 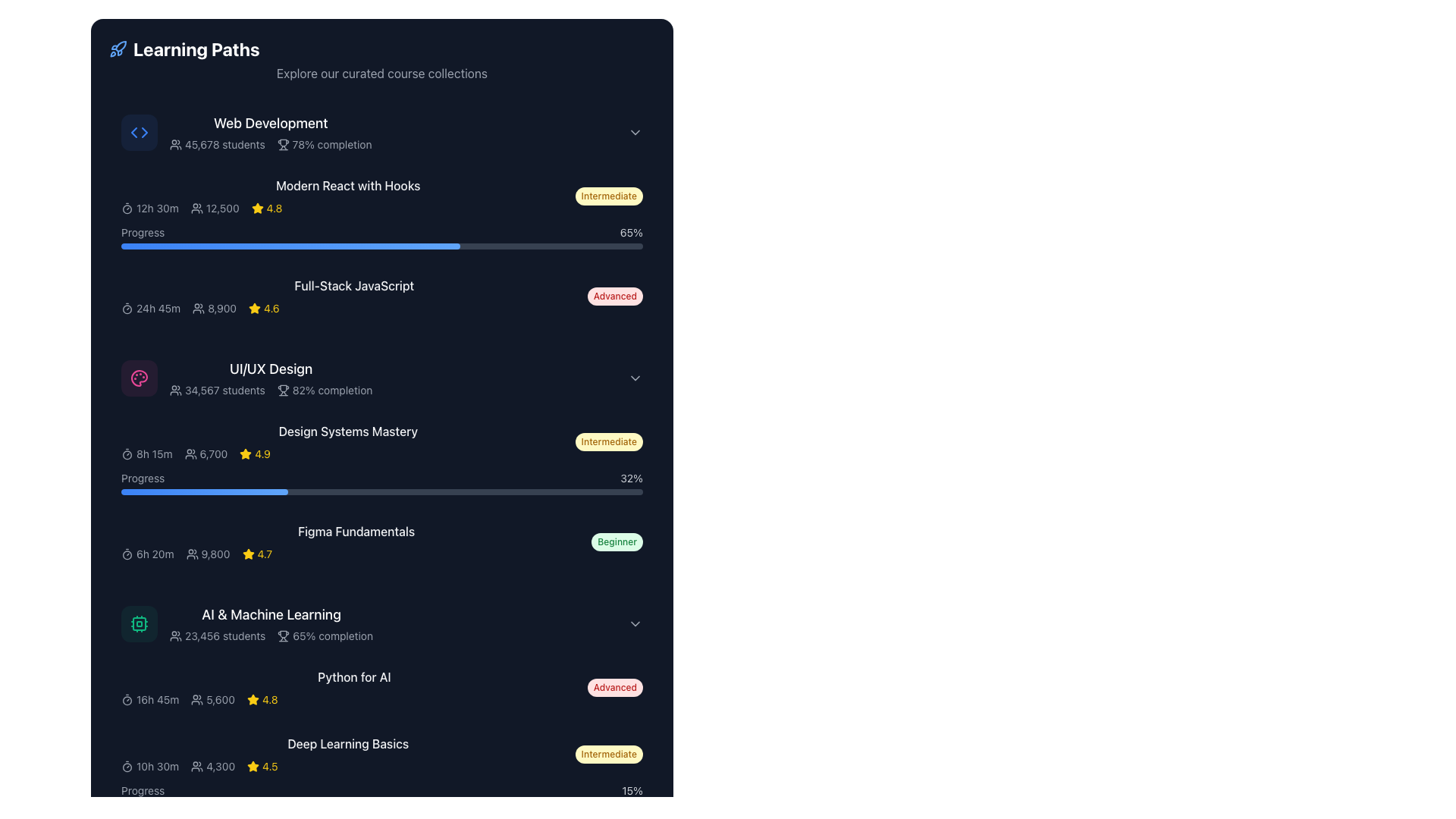 What do you see at coordinates (382, 795) in the screenshot?
I see `the Progress Bar with Labels located at the bottom of the 'Deep Learning Basics' course card to visually indicate the progress of the course` at bounding box center [382, 795].